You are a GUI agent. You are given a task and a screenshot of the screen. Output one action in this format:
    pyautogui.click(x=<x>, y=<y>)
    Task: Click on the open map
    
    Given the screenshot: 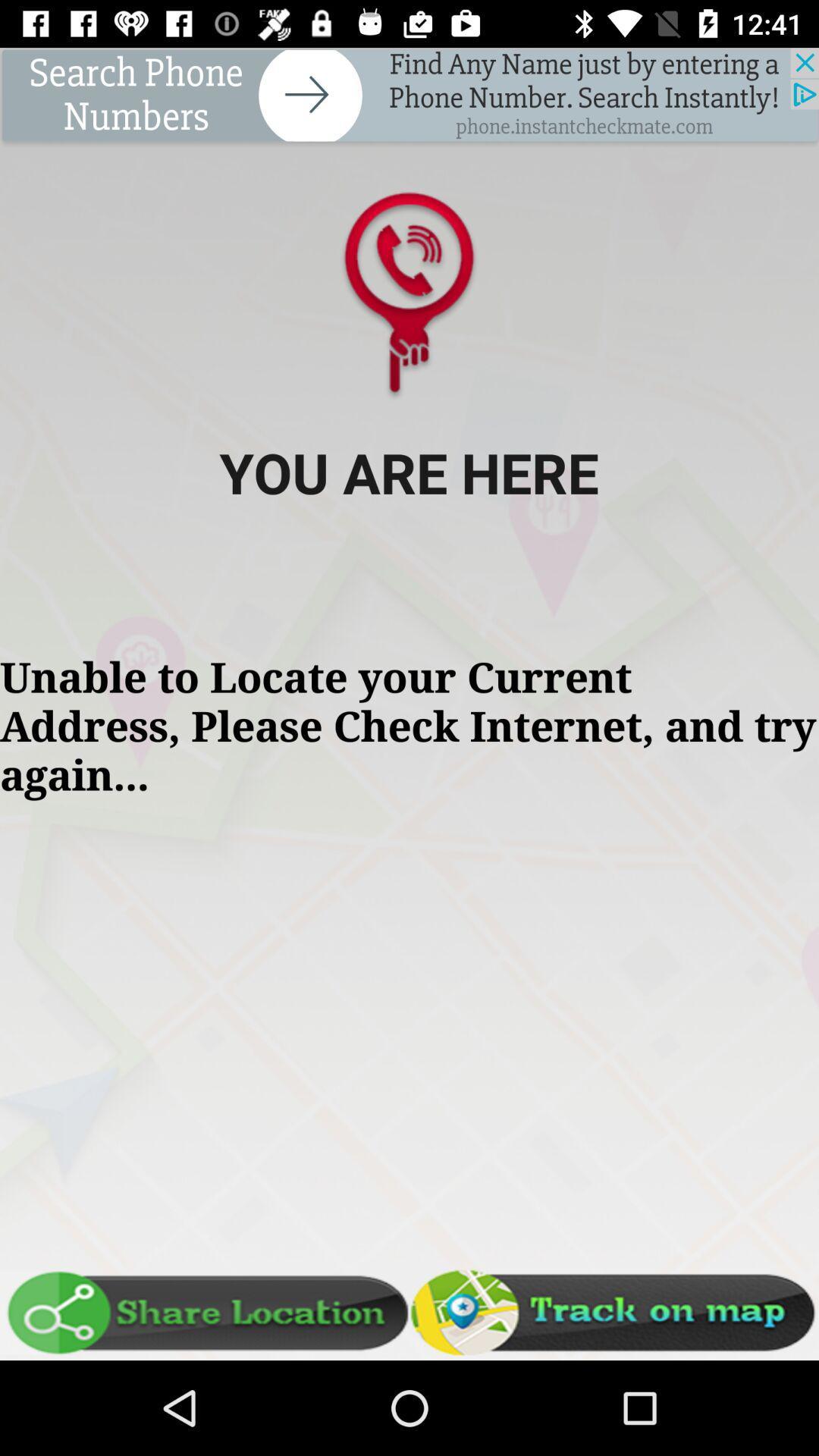 What is the action you would take?
    pyautogui.click(x=614, y=1312)
    